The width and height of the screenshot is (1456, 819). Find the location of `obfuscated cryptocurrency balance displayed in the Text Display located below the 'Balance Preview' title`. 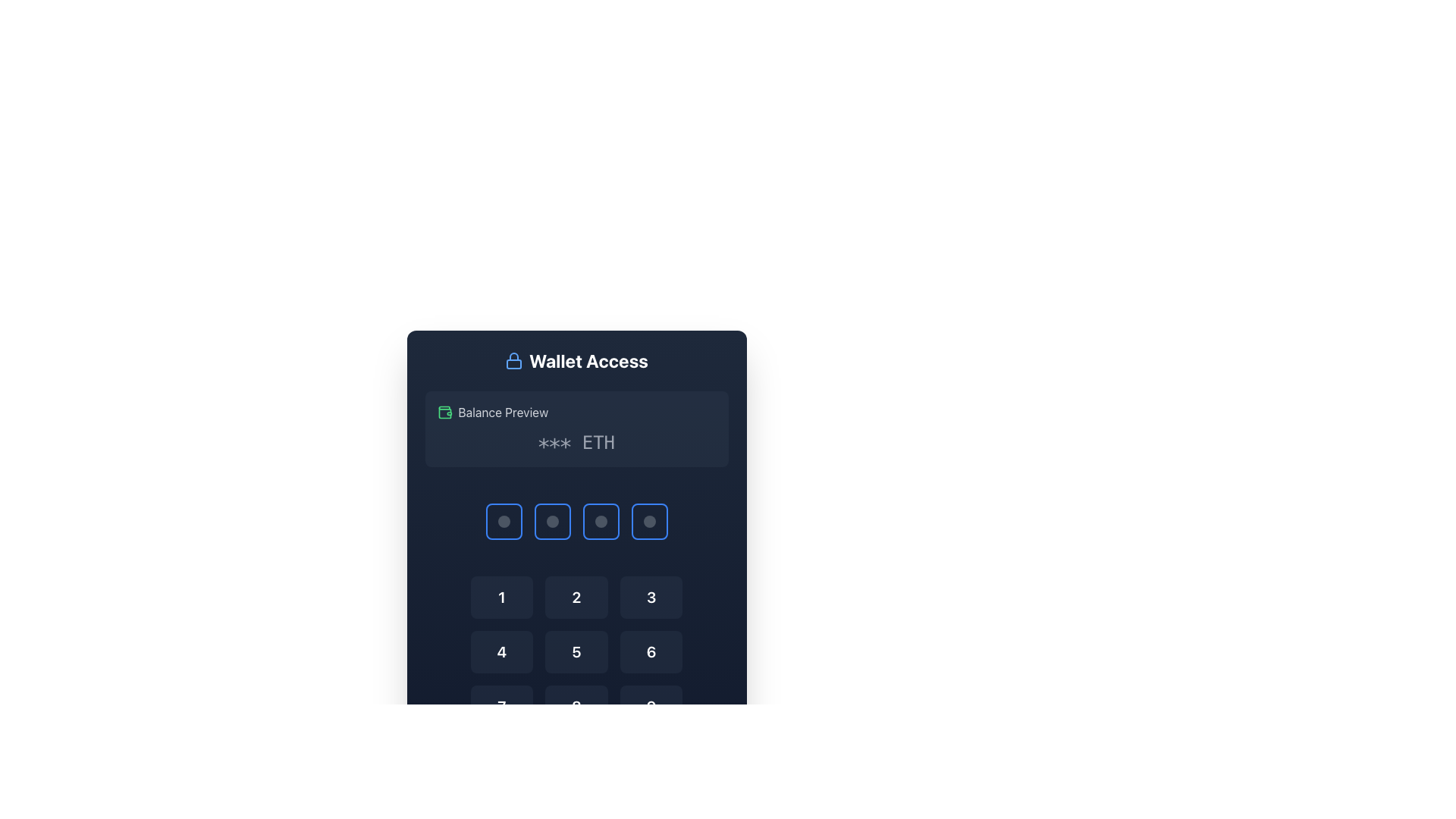

obfuscated cryptocurrency balance displayed in the Text Display located below the 'Balance Preview' title is located at coordinates (576, 442).